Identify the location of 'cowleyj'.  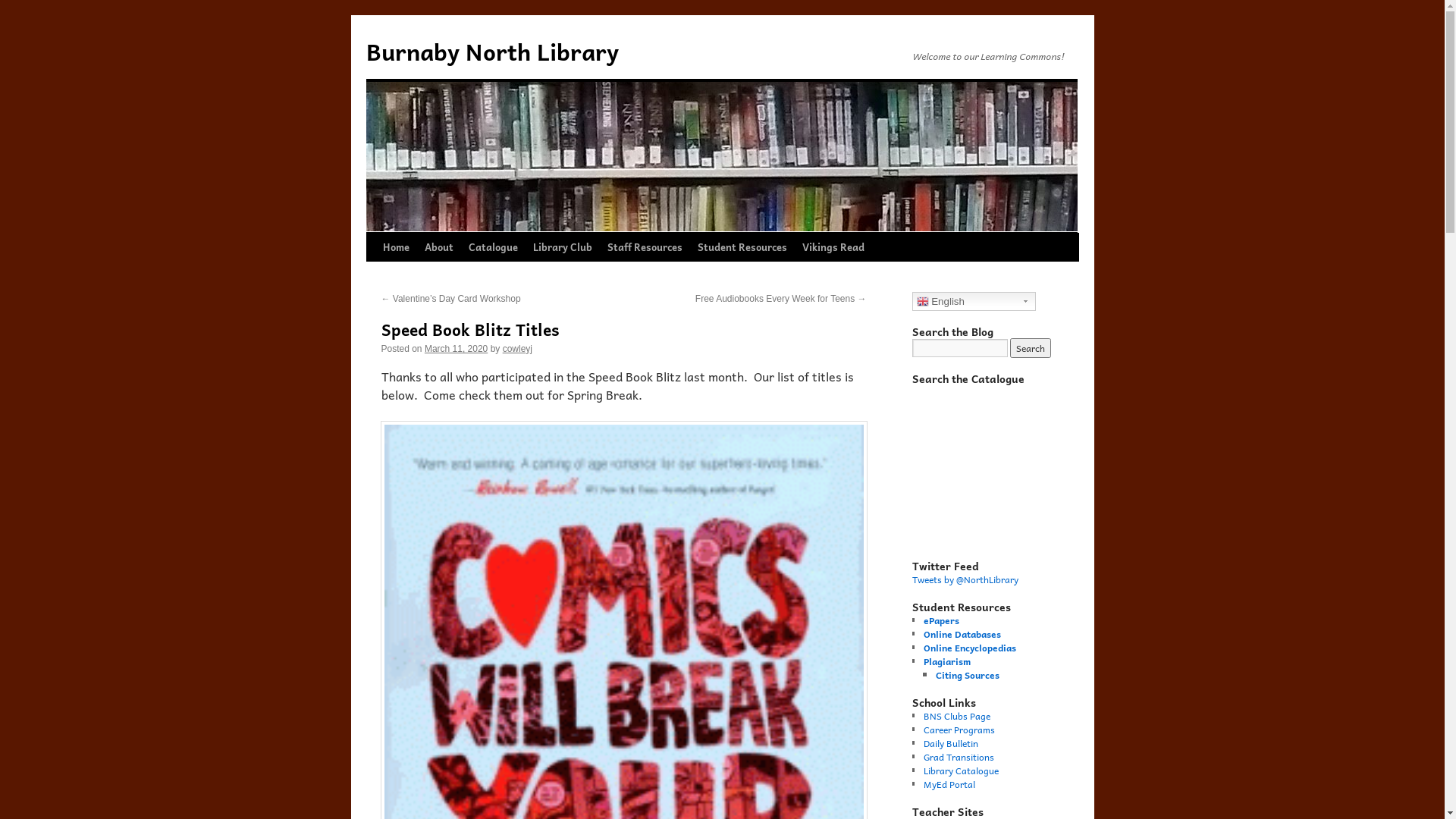
(517, 348).